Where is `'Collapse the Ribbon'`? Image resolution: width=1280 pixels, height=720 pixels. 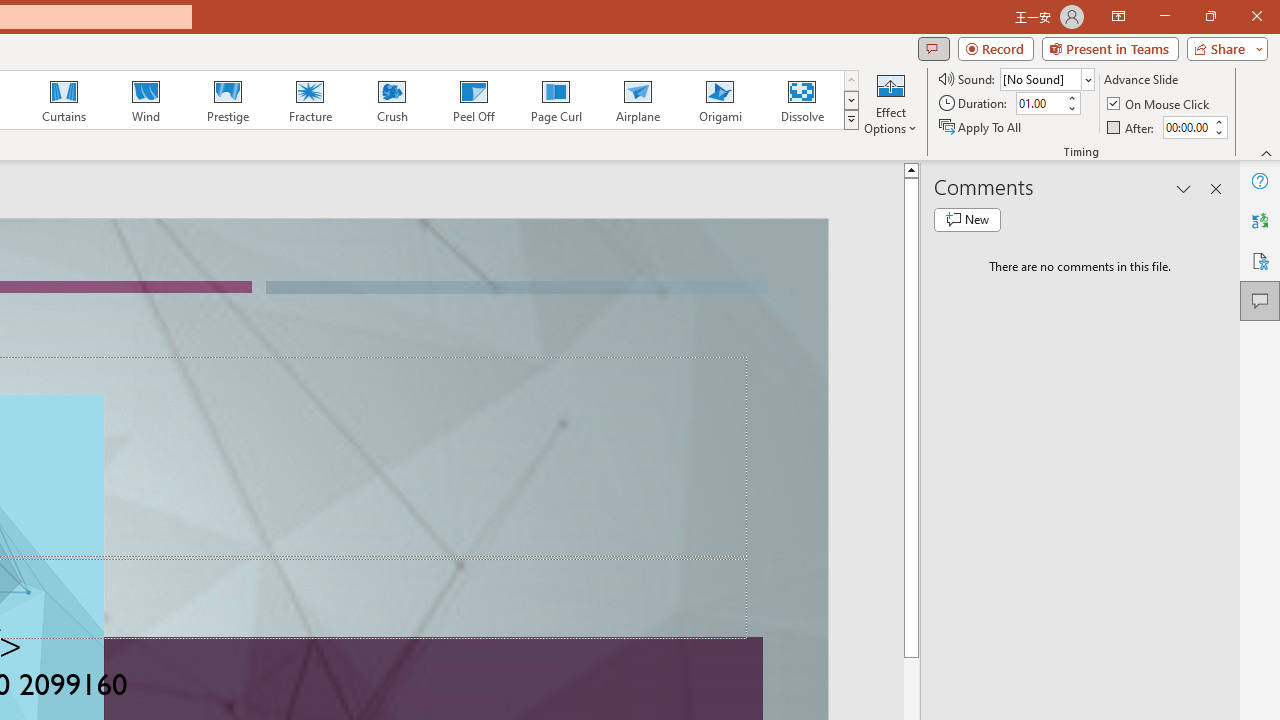 'Collapse the Ribbon' is located at coordinates (1266, 152).